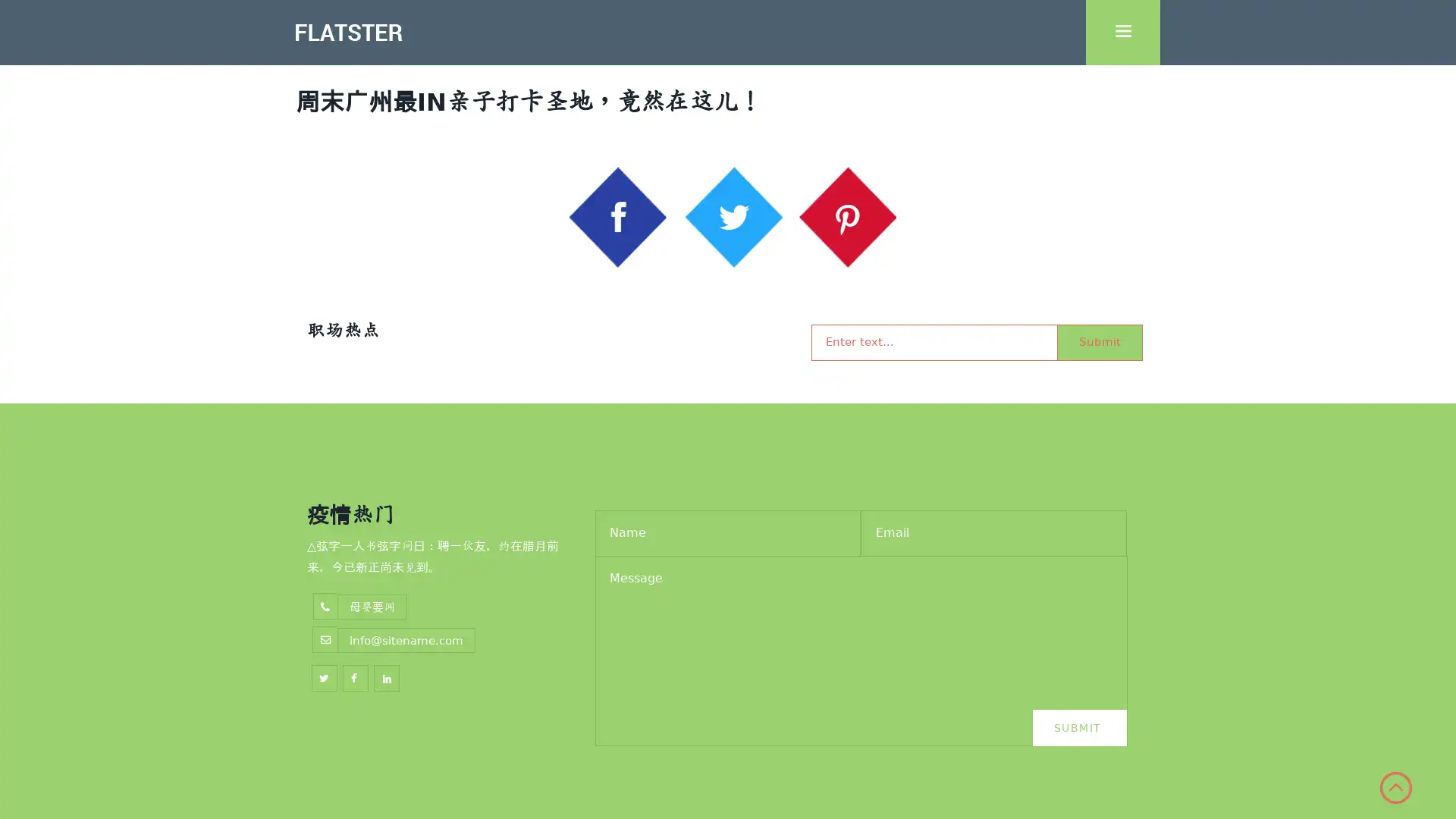  I want to click on Submit, so click(1093, 342).